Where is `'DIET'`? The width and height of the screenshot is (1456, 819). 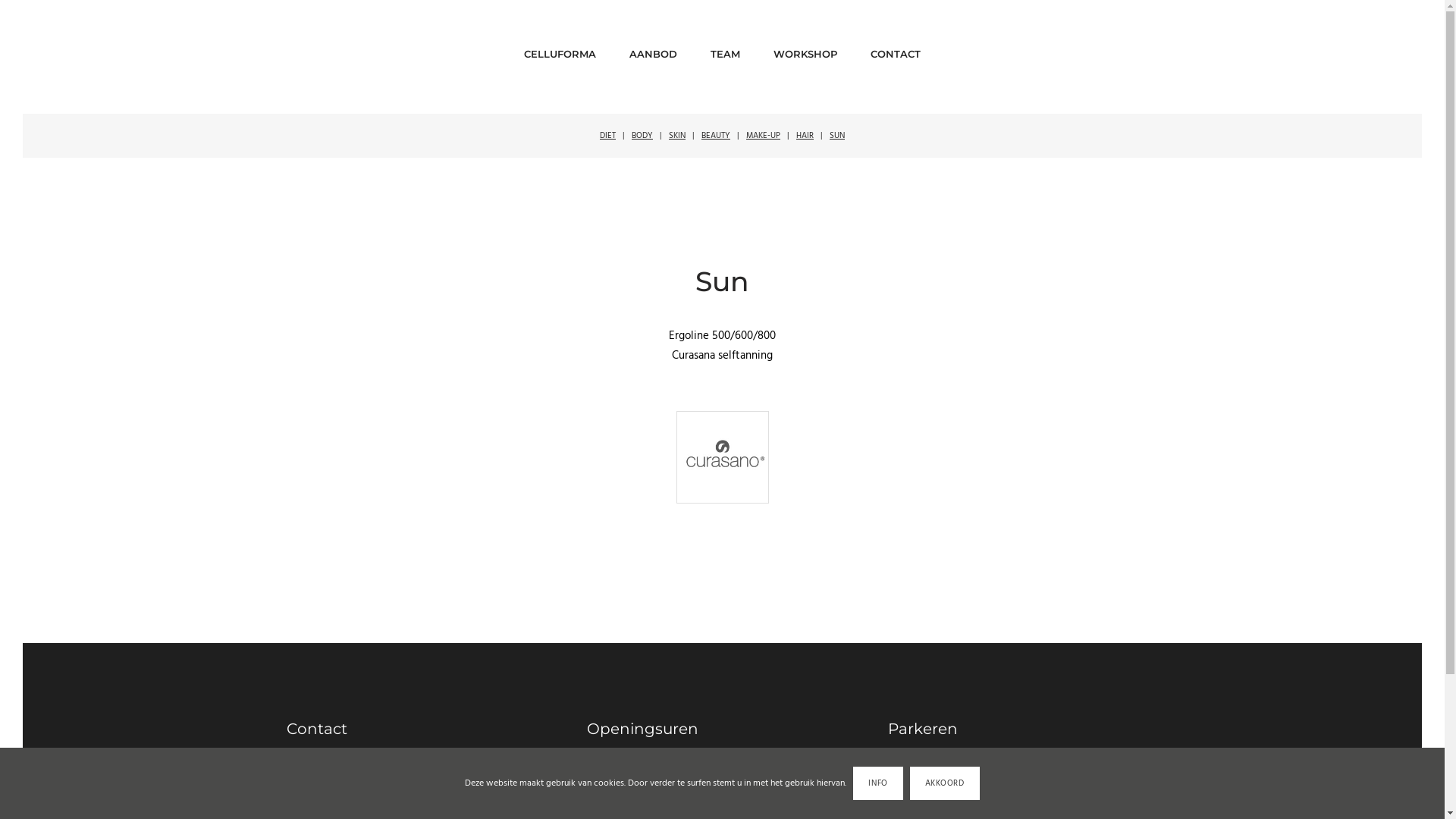 'DIET' is located at coordinates (607, 134).